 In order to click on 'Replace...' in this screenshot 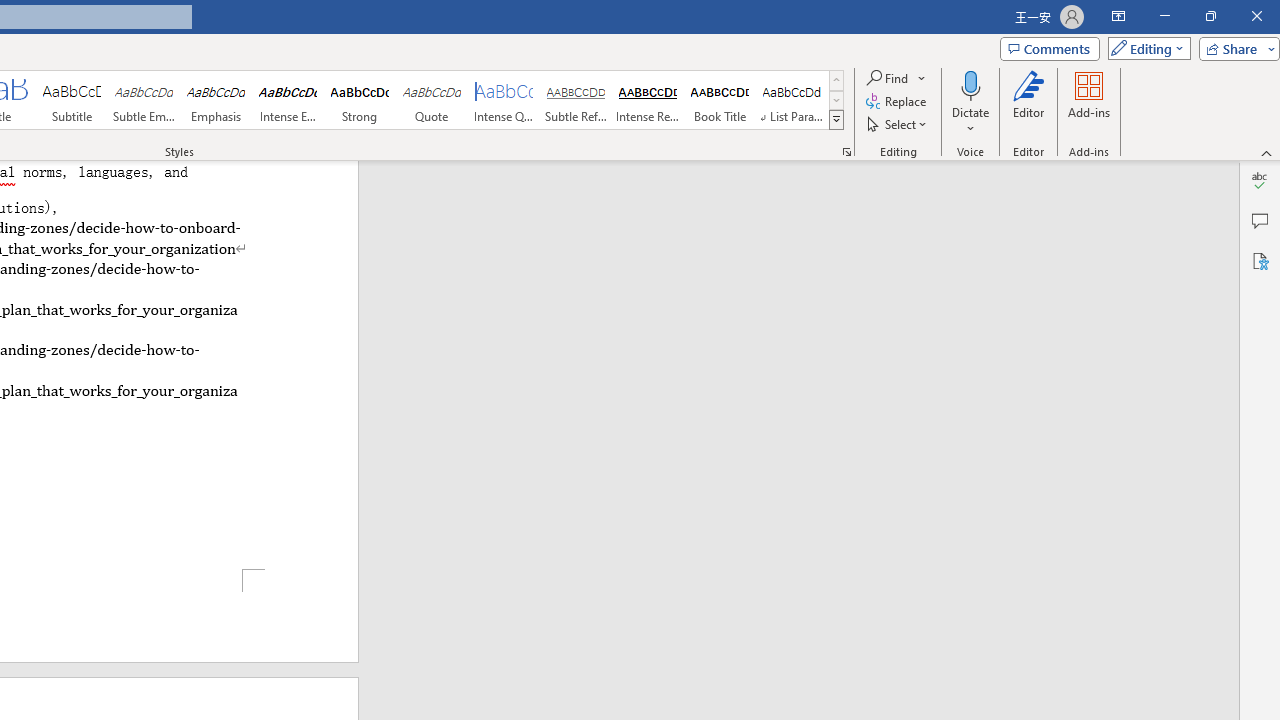, I will do `click(896, 101)`.